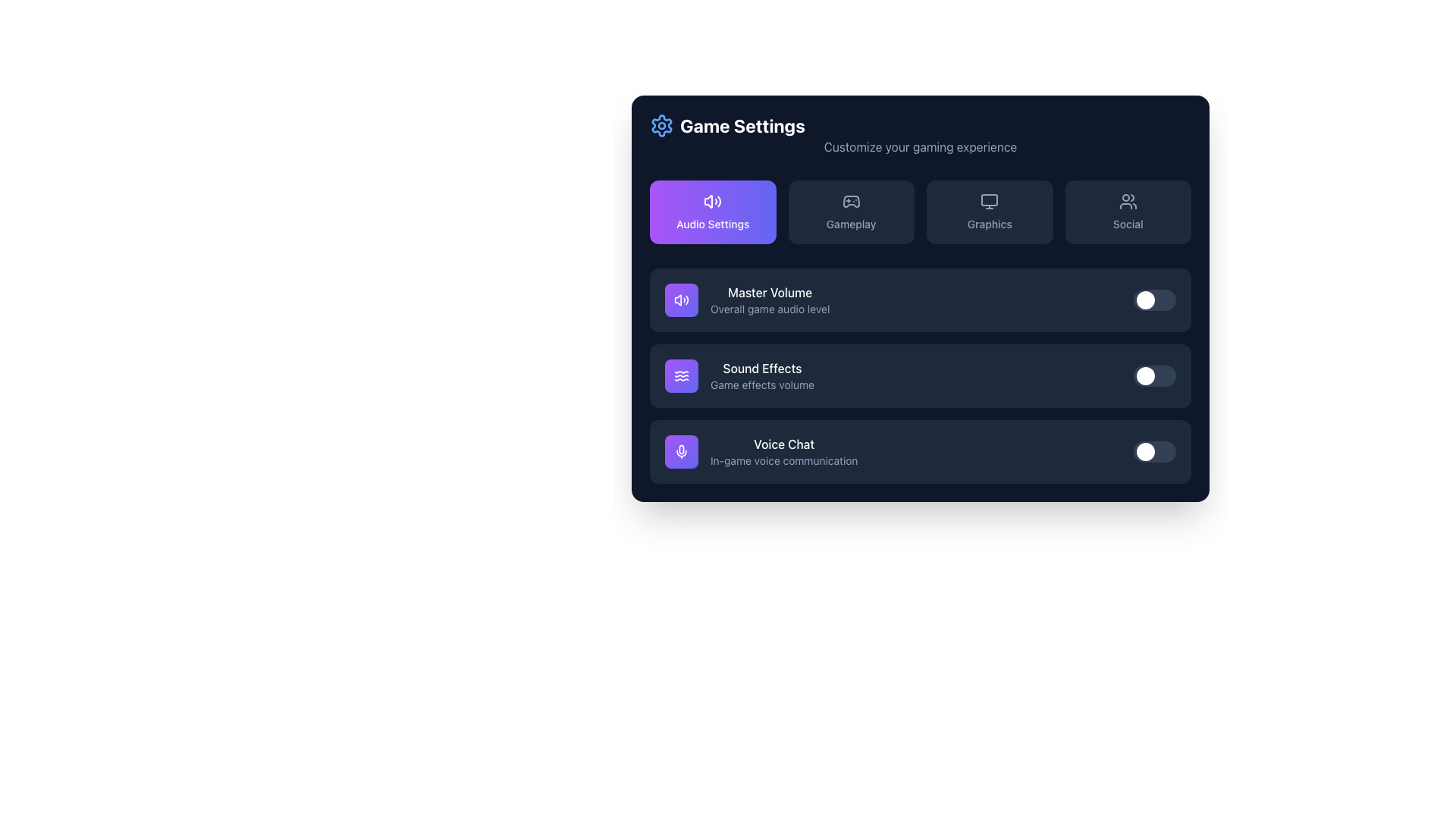 The width and height of the screenshot is (1456, 819). I want to click on settings for the list item labeled 'Sound Effects' which includes a purple wave icon and two lines of text, located in the Audio Settings section, so click(739, 375).